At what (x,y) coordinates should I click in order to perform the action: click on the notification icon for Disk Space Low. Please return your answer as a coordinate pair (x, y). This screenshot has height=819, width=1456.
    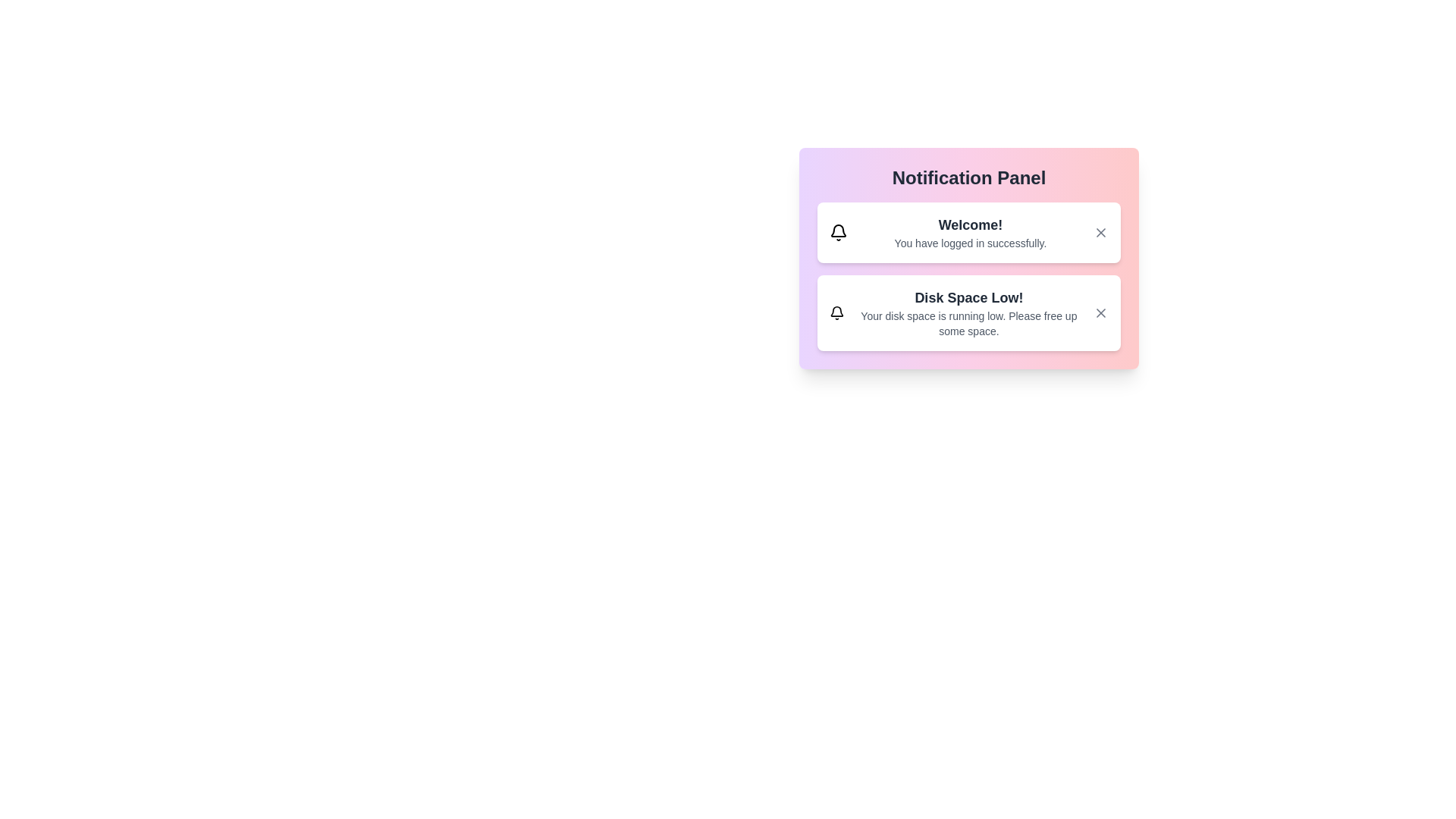
    Looking at the image, I should click on (836, 312).